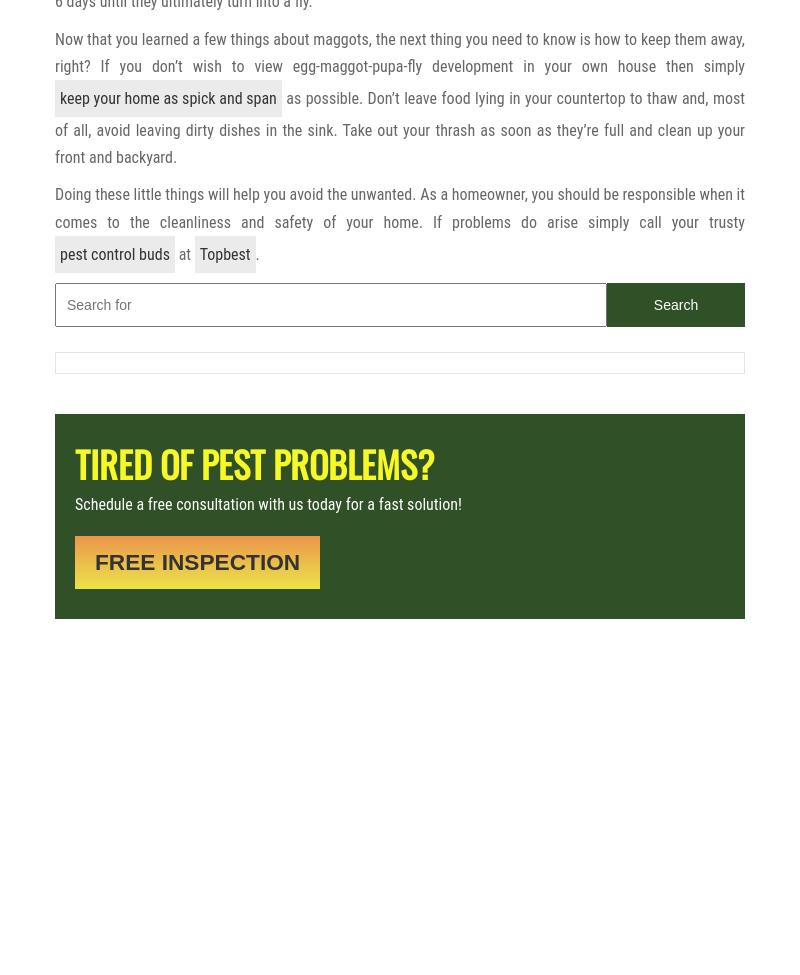  Describe the element at coordinates (253, 463) in the screenshot. I see `'TIRED OF PEST PROBLEMS?'` at that location.